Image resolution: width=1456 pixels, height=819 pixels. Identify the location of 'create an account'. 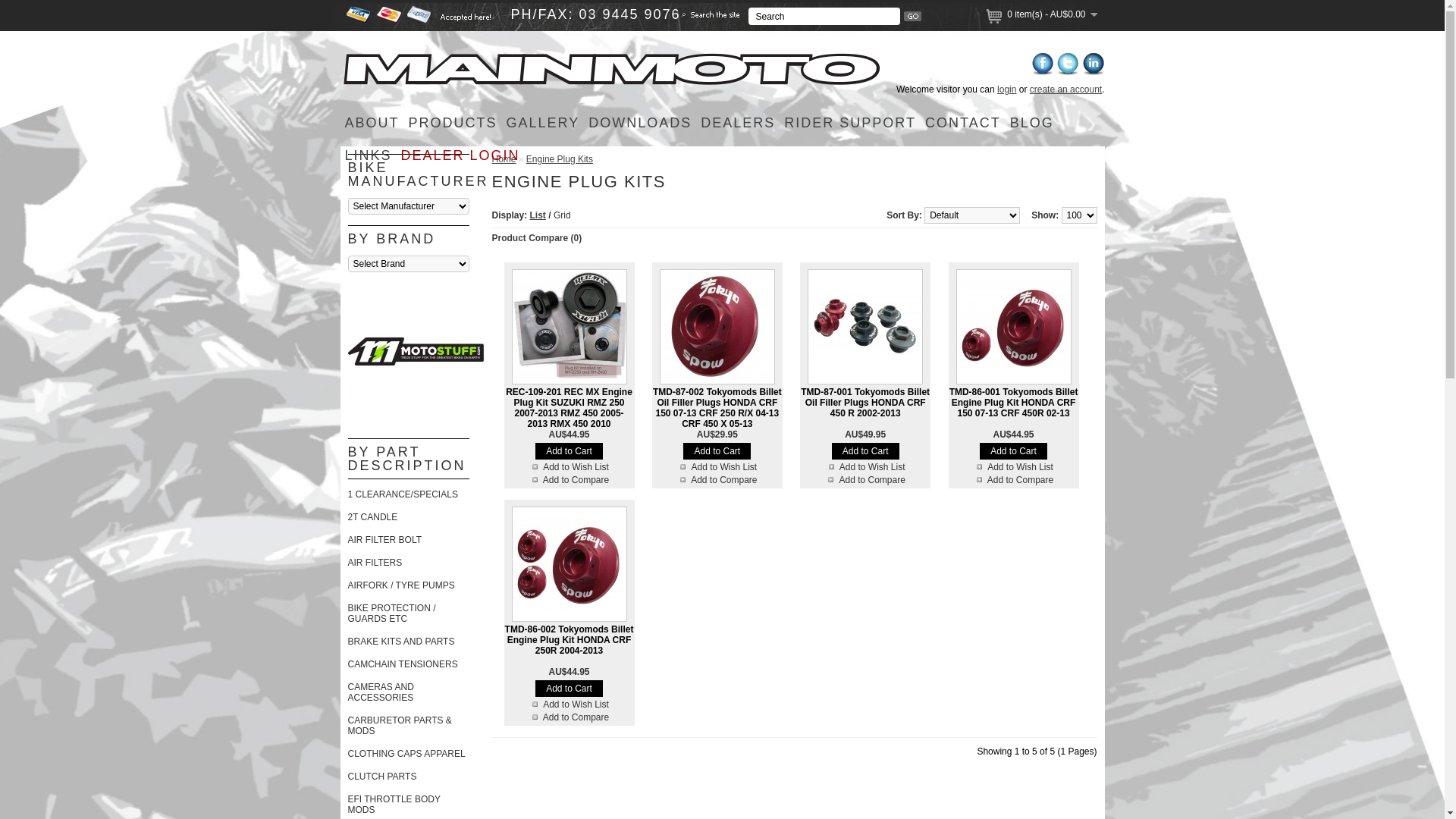
(1030, 89).